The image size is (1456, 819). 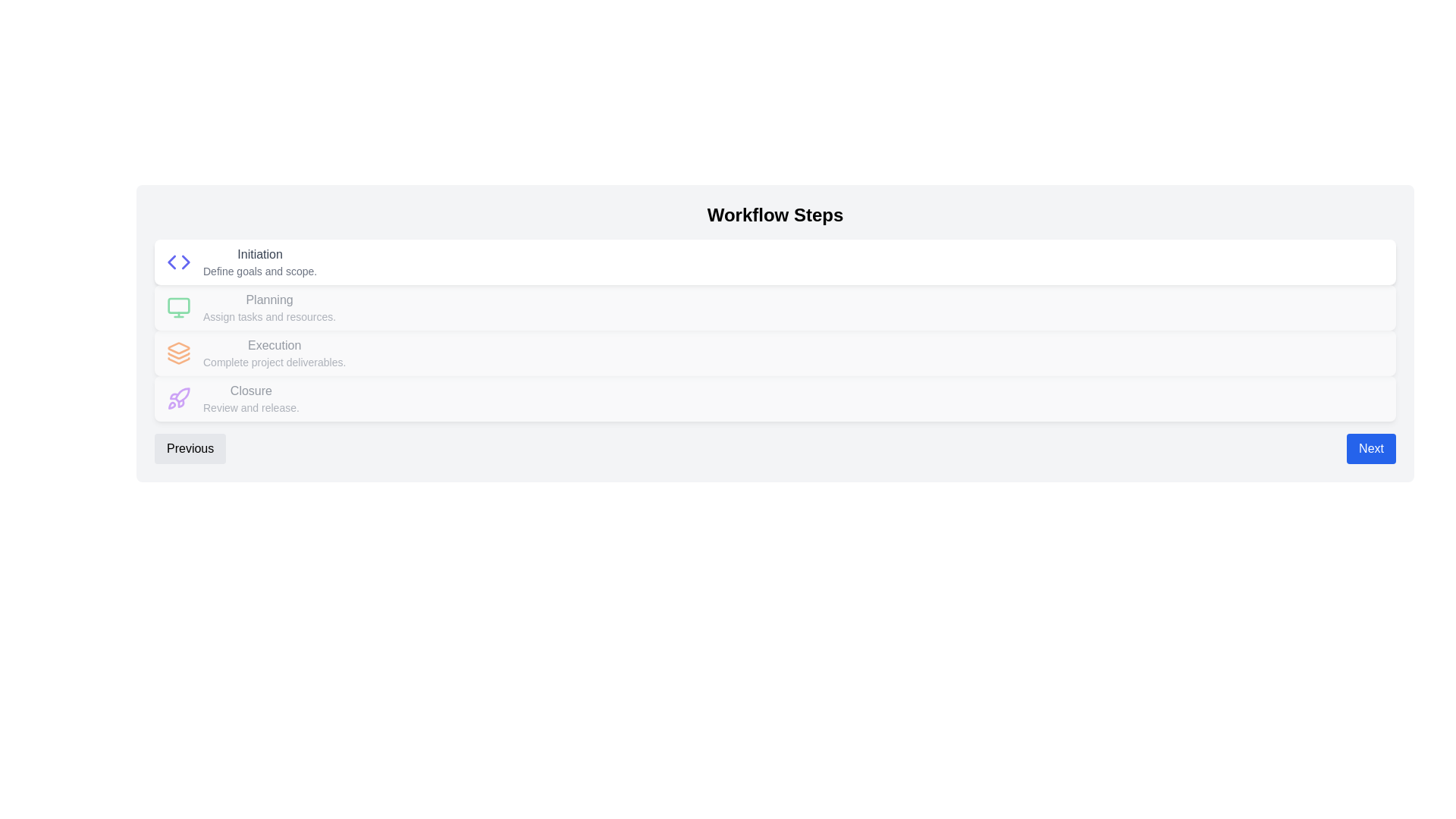 What do you see at coordinates (269, 307) in the screenshot?
I see `the 'Planning' informational text block to navigate to adjacent workflow steps, specifically the 'Initiation' above and 'Execution' below it` at bounding box center [269, 307].